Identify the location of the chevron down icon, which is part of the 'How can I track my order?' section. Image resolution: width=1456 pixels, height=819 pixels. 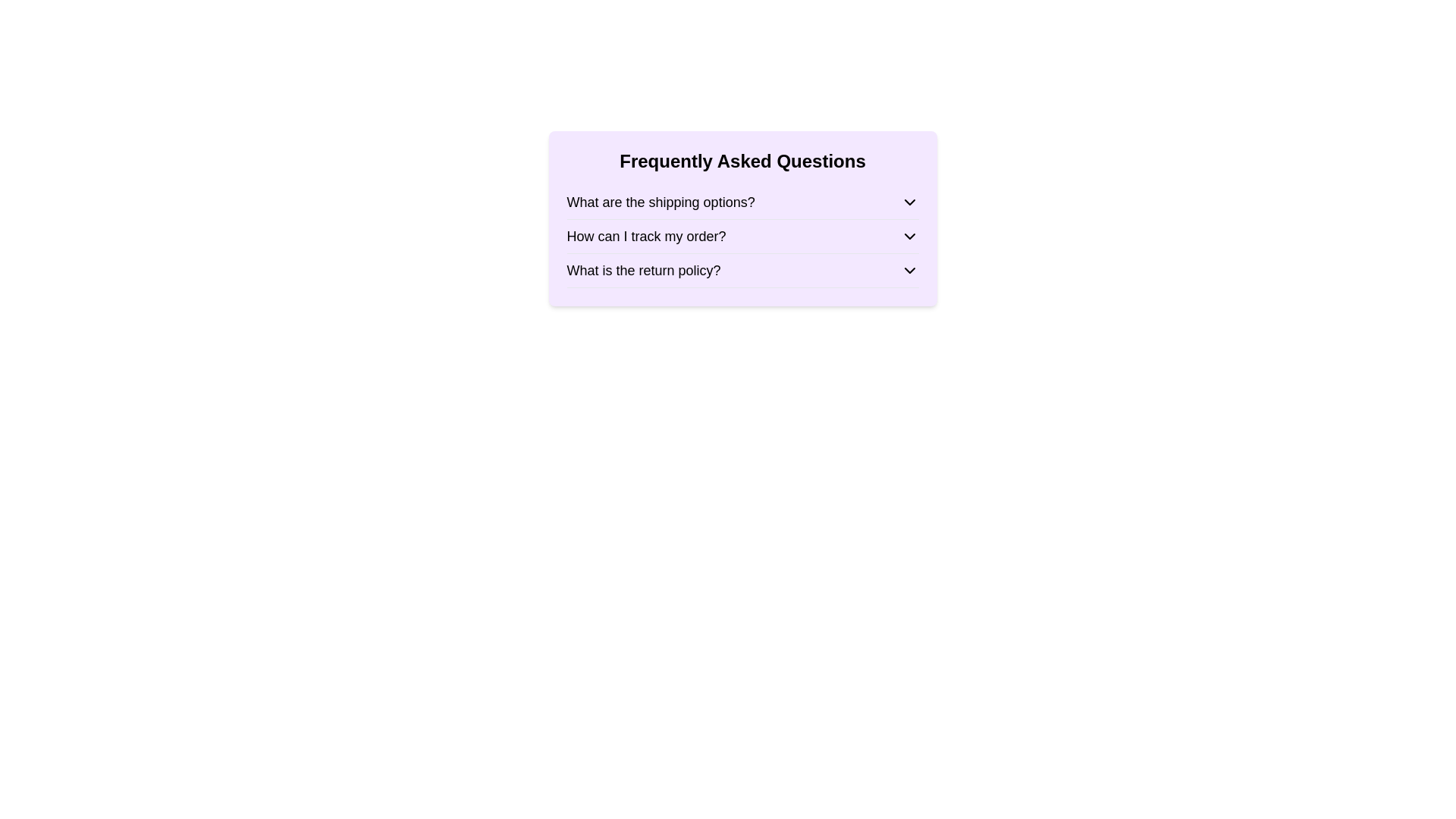
(909, 237).